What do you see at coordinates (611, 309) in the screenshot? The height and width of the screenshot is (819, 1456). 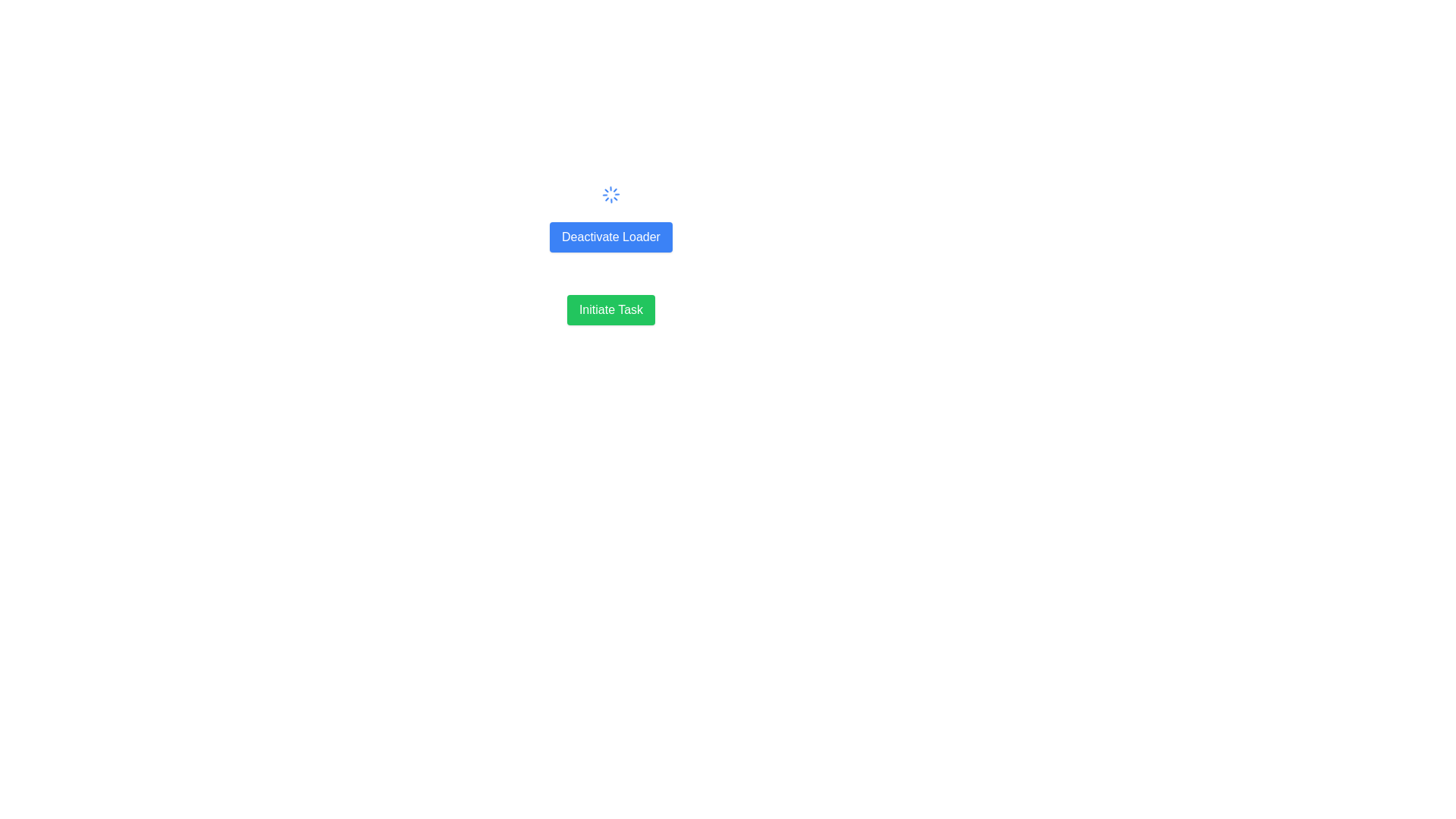 I see `the green rectangular button labeled 'Initiate Task' located below the 'Deactivate Loader' button` at bounding box center [611, 309].